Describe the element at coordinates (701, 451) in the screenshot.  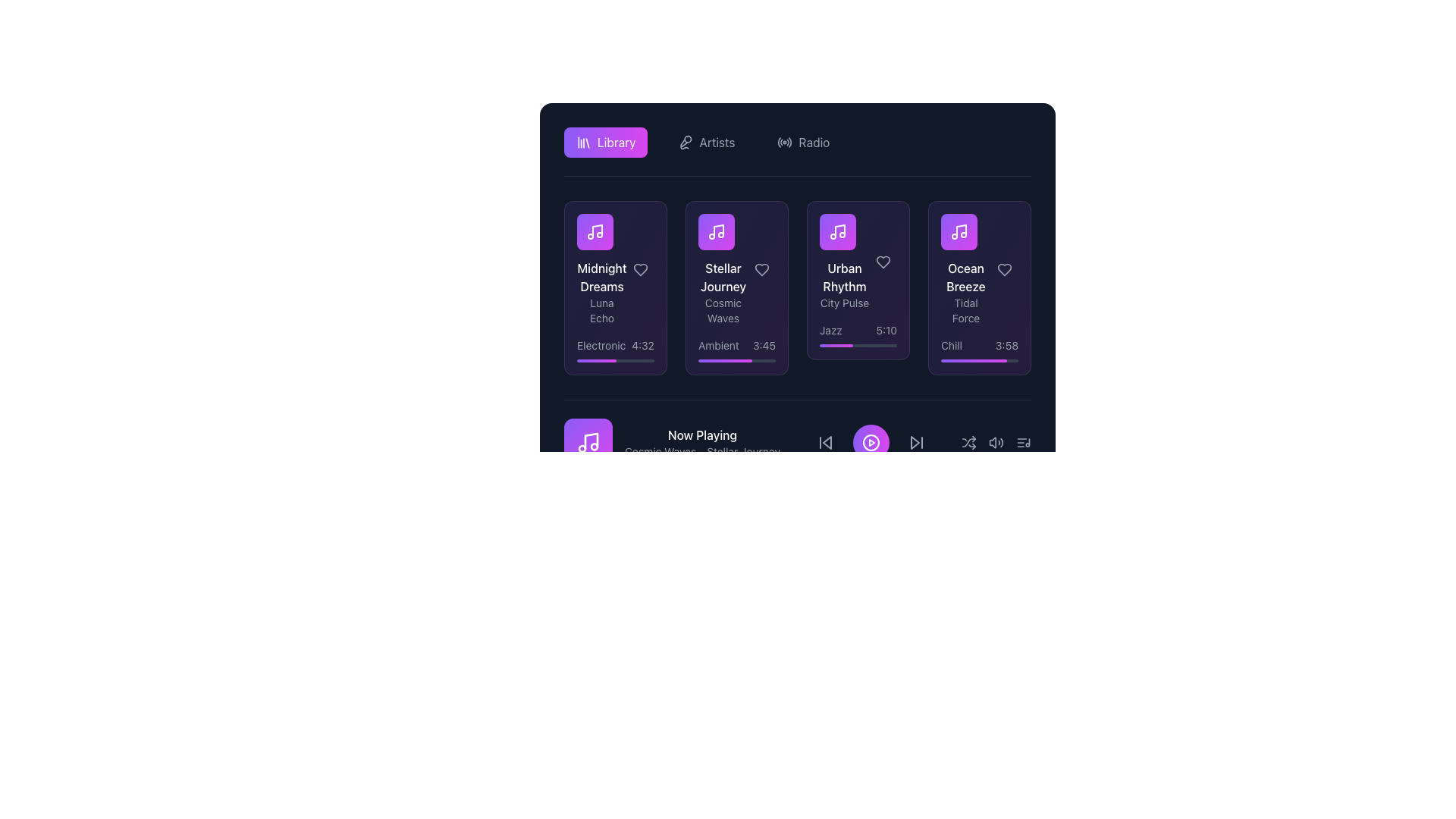
I see `the dynamic indicator label showing the title and subtitle of the currently playing track in the media player's now playing section, located below the 'Now Playing' label` at that location.